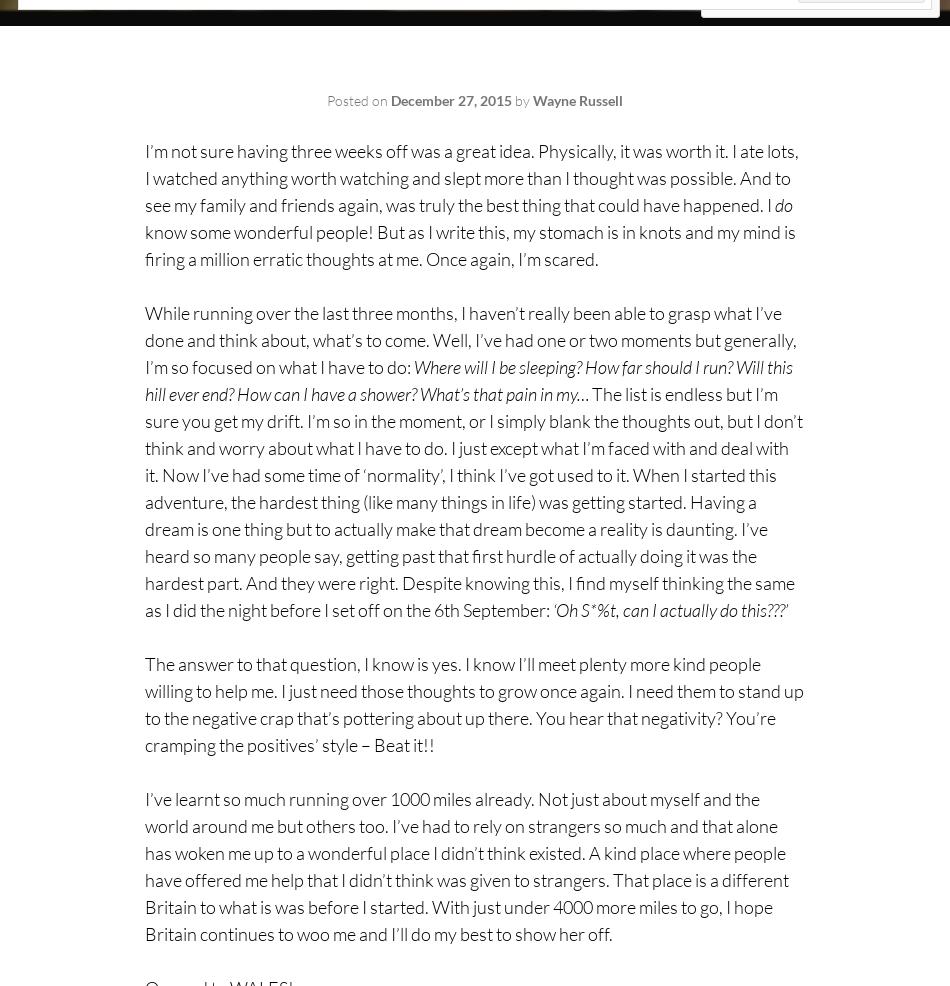  What do you see at coordinates (783, 203) in the screenshot?
I see `'do'` at bounding box center [783, 203].